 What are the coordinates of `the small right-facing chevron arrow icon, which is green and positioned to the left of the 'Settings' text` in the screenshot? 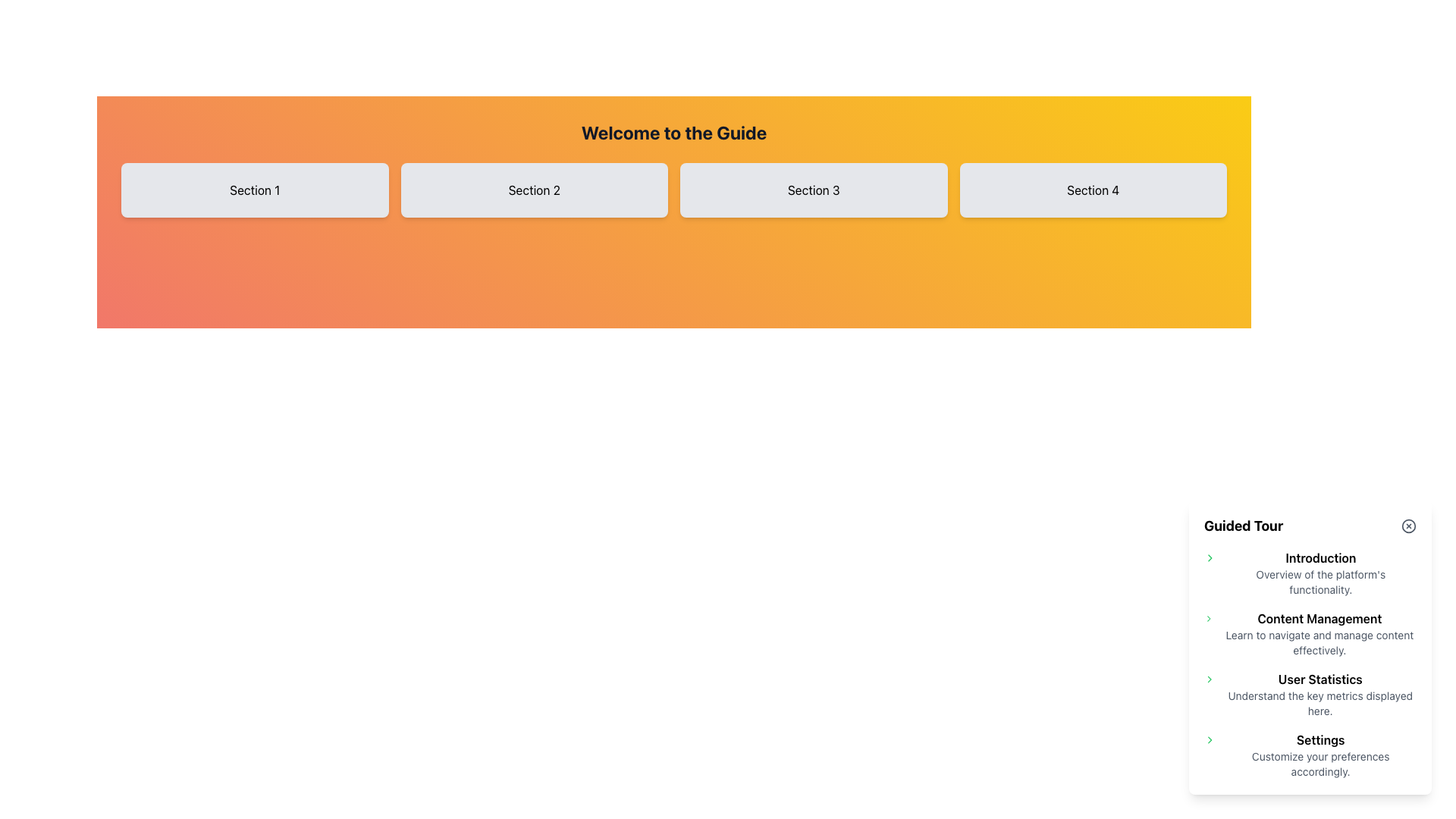 It's located at (1209, 739).